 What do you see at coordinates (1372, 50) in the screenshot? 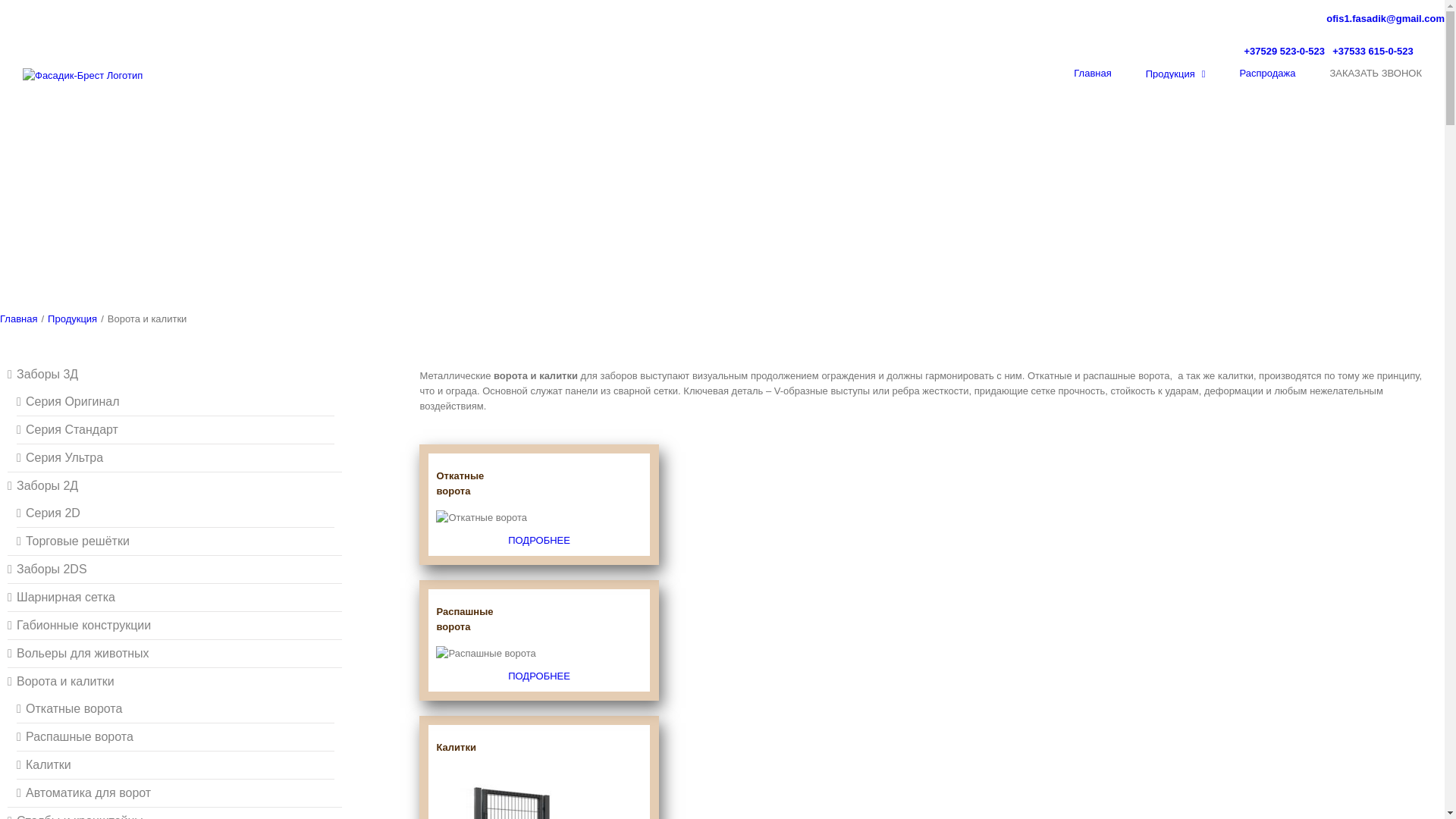
I see `'+37533 615-0-523'` at bounding box center [1372, 50].